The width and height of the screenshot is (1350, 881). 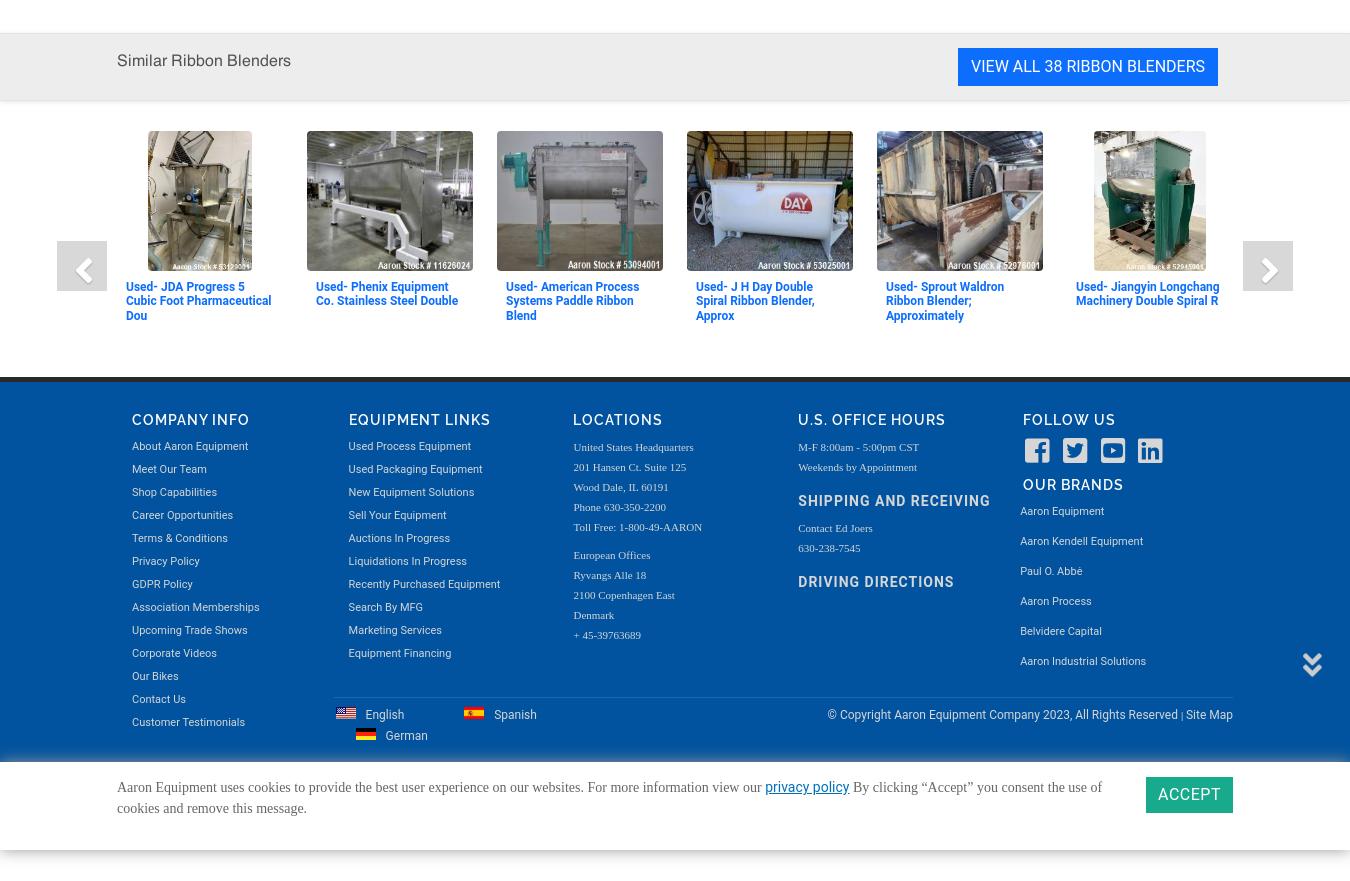 What do you see at coordinates (1082, 48) in the screenshot?
I see `'Aaron Industrial Solutions'` at bounding box center [1082, 48].